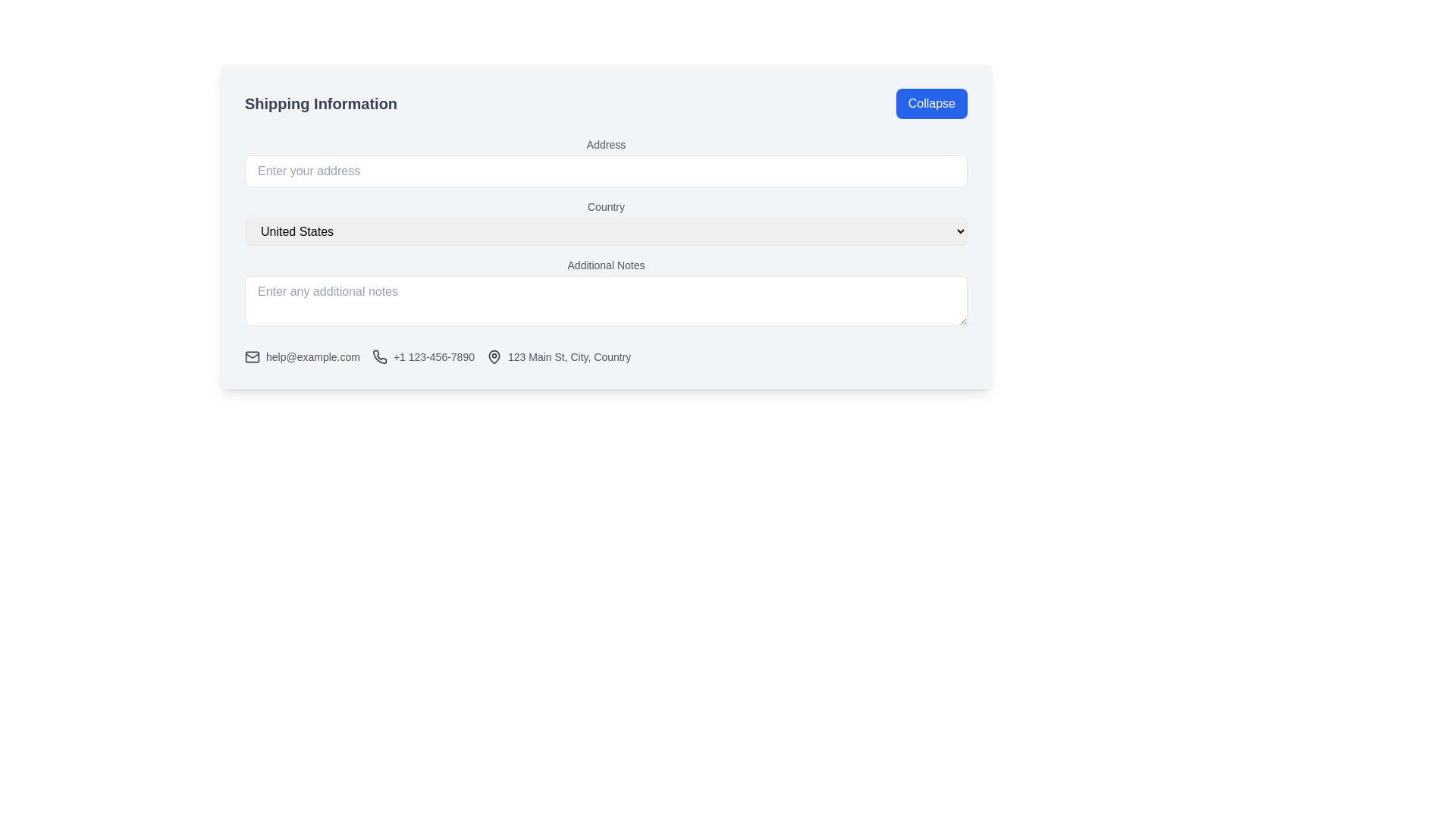 This screenshot has height=819, width=1456. I want to click on the envelope icon, which is a rectangular shape with rounded corners, light gray border, and white-filled inside, located to the left of 'help@example.com' in the contact details row, so click(252, 356).